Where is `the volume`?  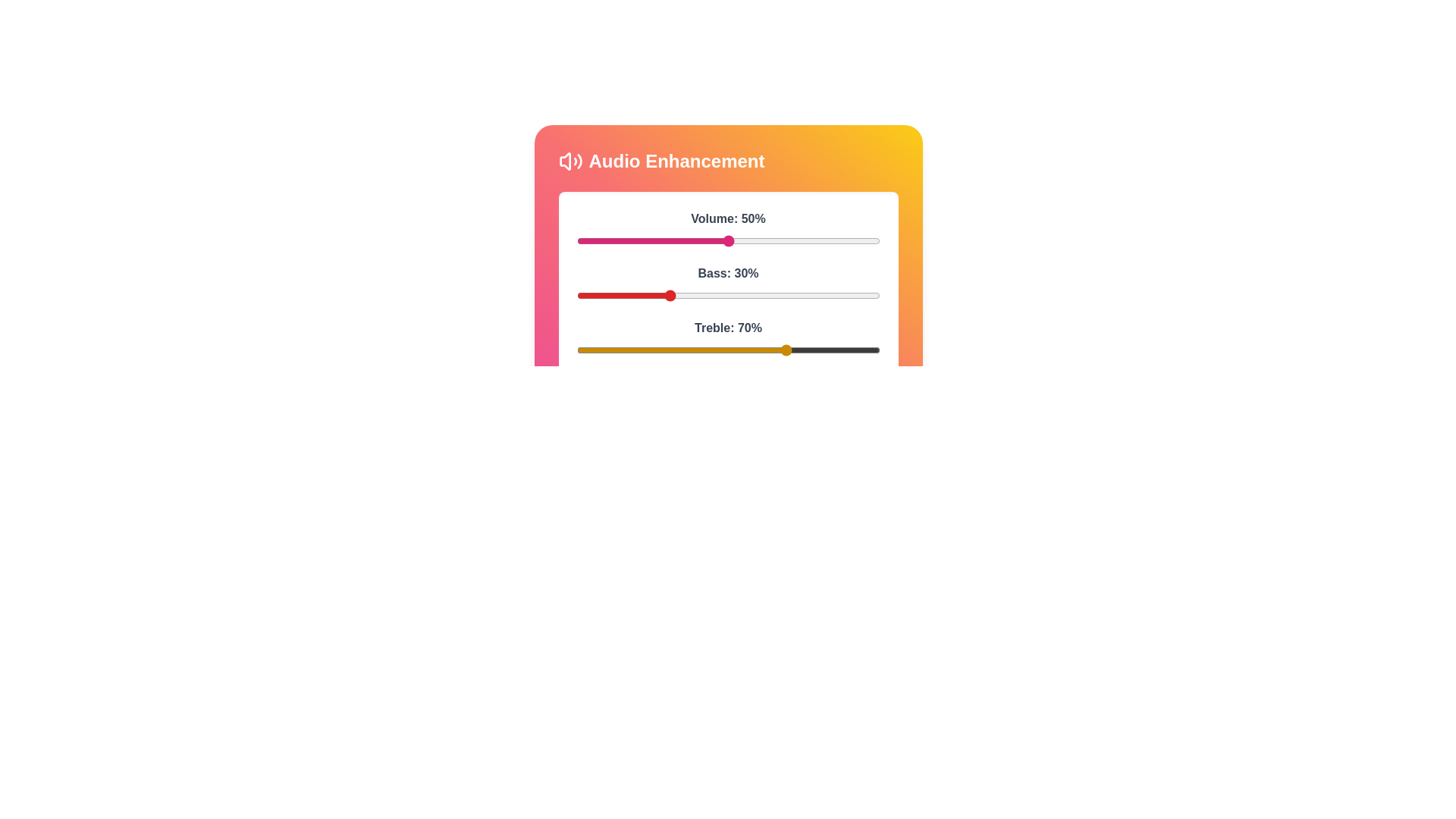
the volume is located at coordinates (600, 240).